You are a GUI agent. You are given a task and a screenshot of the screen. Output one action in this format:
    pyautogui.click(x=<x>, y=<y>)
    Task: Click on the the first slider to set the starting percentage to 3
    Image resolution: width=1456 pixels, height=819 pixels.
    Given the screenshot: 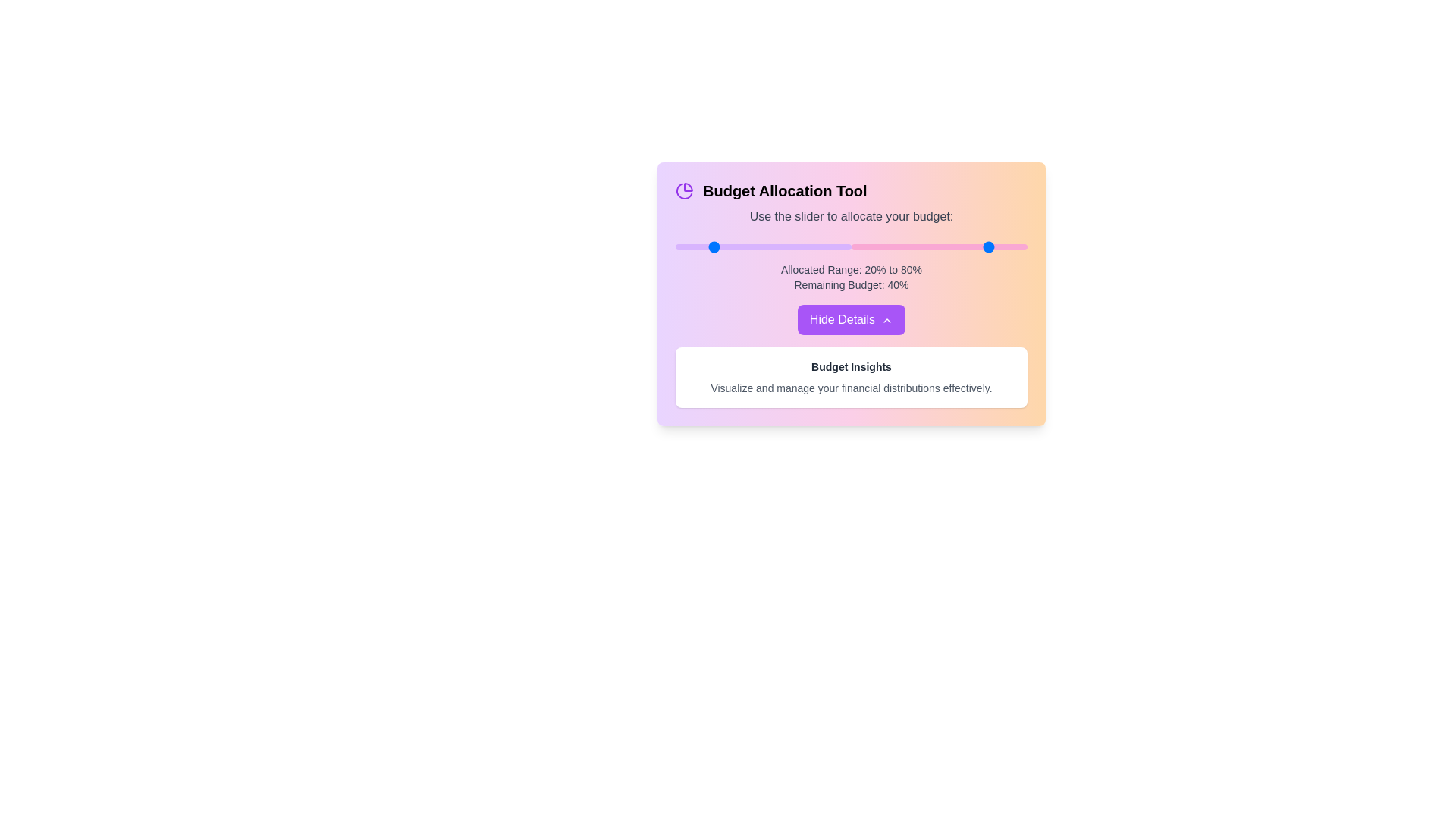 What is the action you would take?
    pyautogui.click(x=679, y=246)
    